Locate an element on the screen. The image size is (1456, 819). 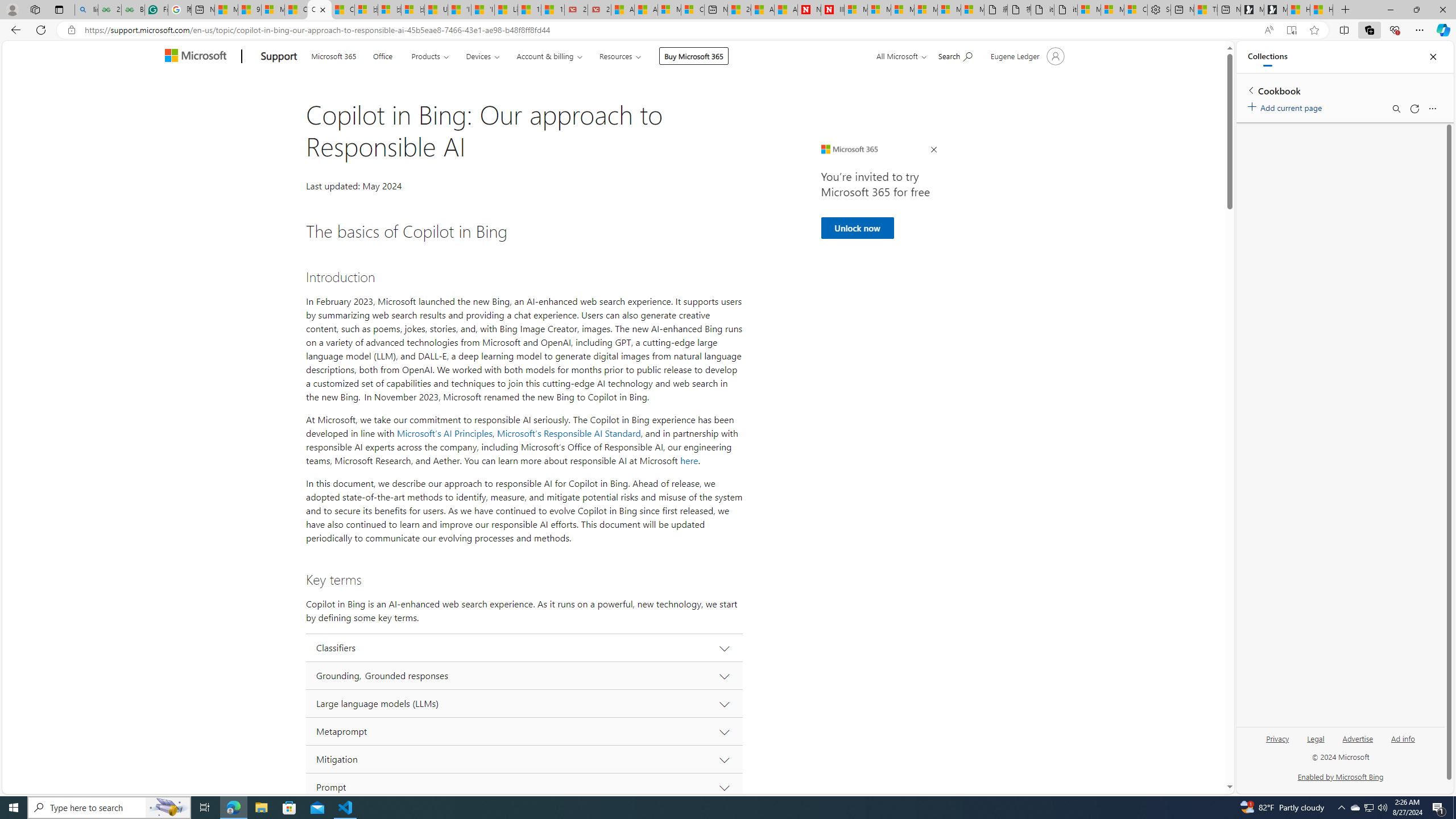
'Three Ways To Stop Sweating So Much' is located at coordinates (1205, 9).